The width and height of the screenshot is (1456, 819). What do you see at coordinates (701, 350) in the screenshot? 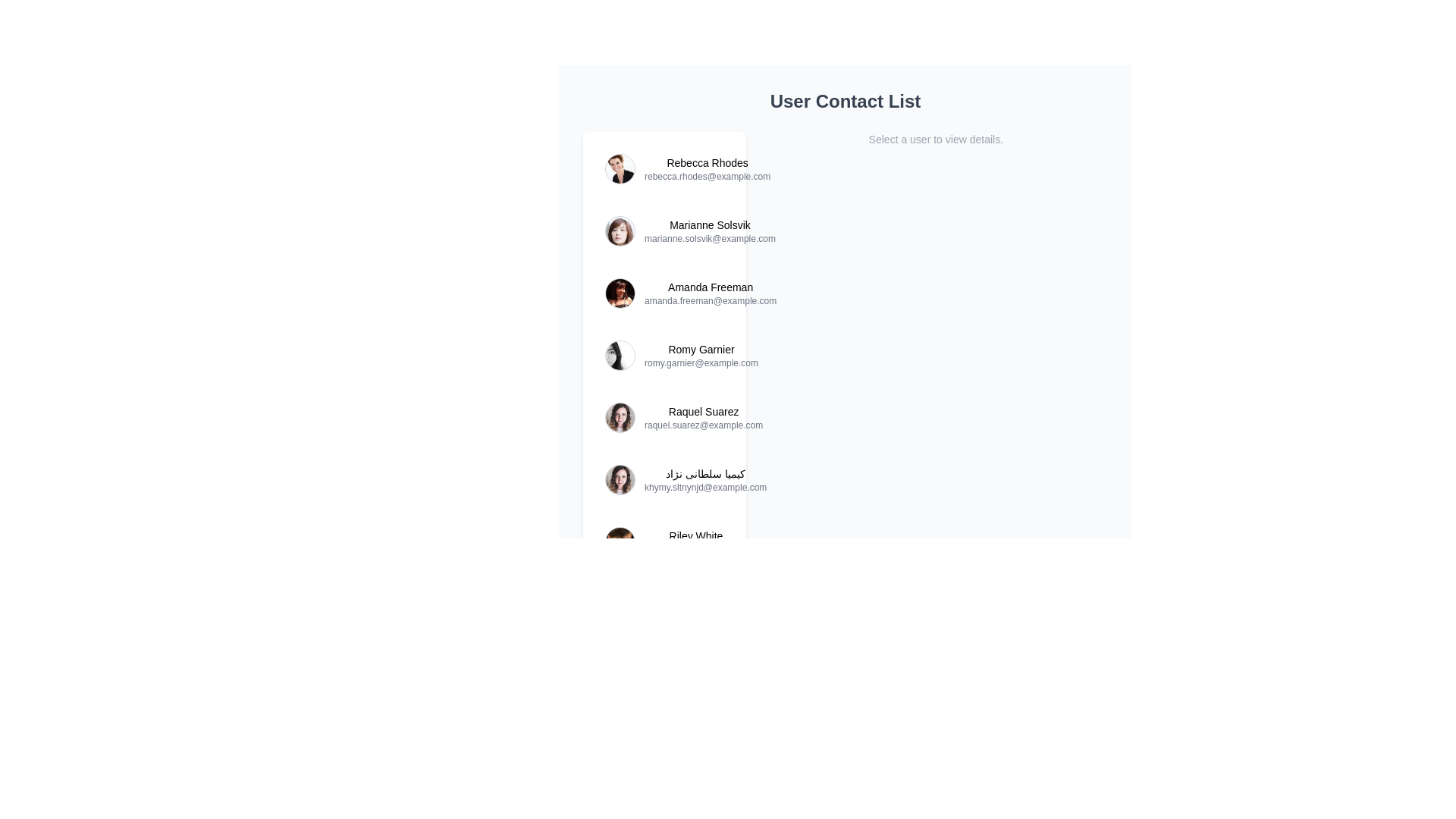
I see `the text label displaying 'Romy Garnier', which is styled in a smaller font size and medium weight, located above the email address 'romy.garnier@example.com'` at bounding box center [701, 350].